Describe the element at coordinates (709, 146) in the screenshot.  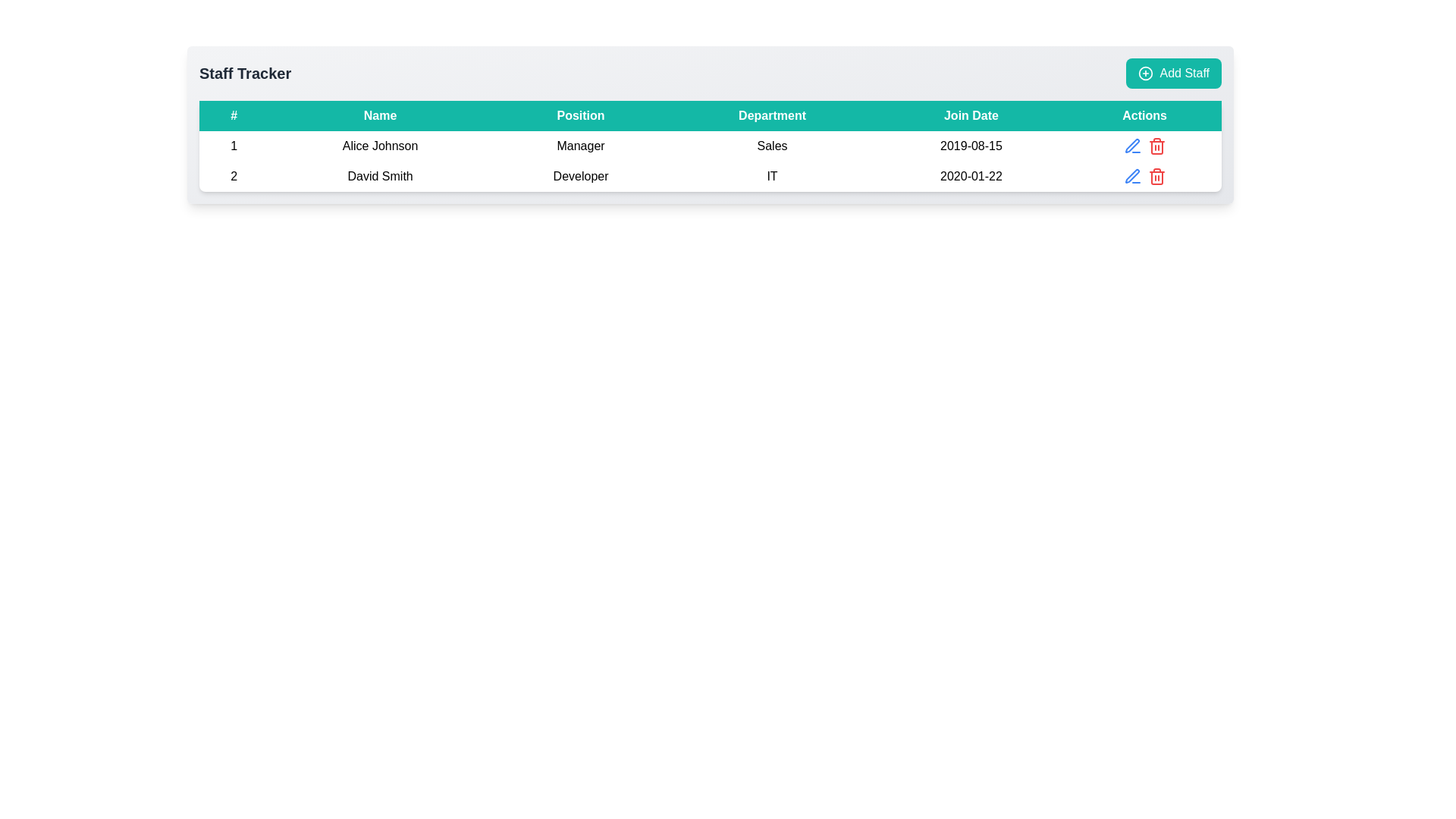
I see `the first row of the Staff Tracker table` at that location.